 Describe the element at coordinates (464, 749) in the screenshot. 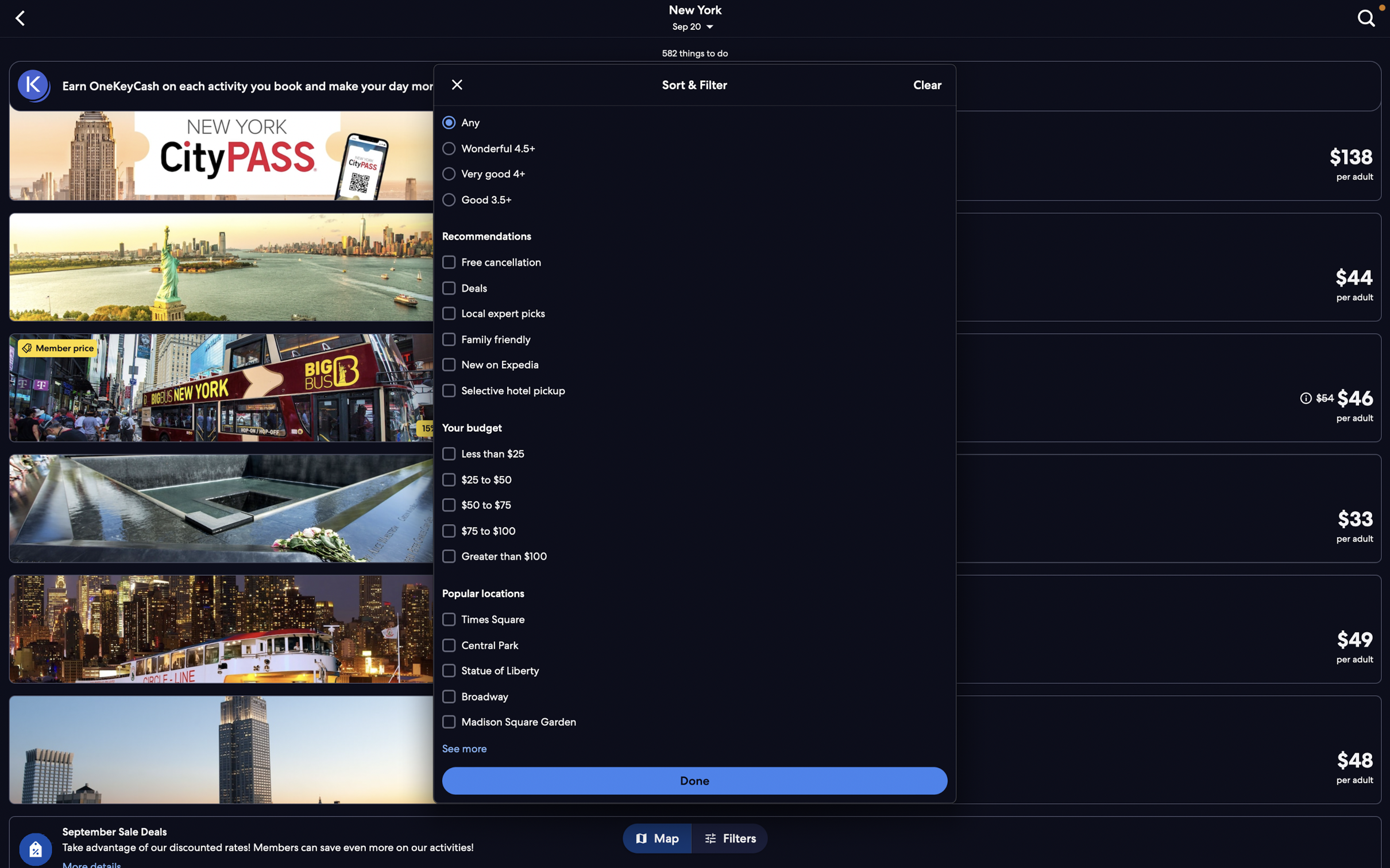

I see `"see more" option` at that location.